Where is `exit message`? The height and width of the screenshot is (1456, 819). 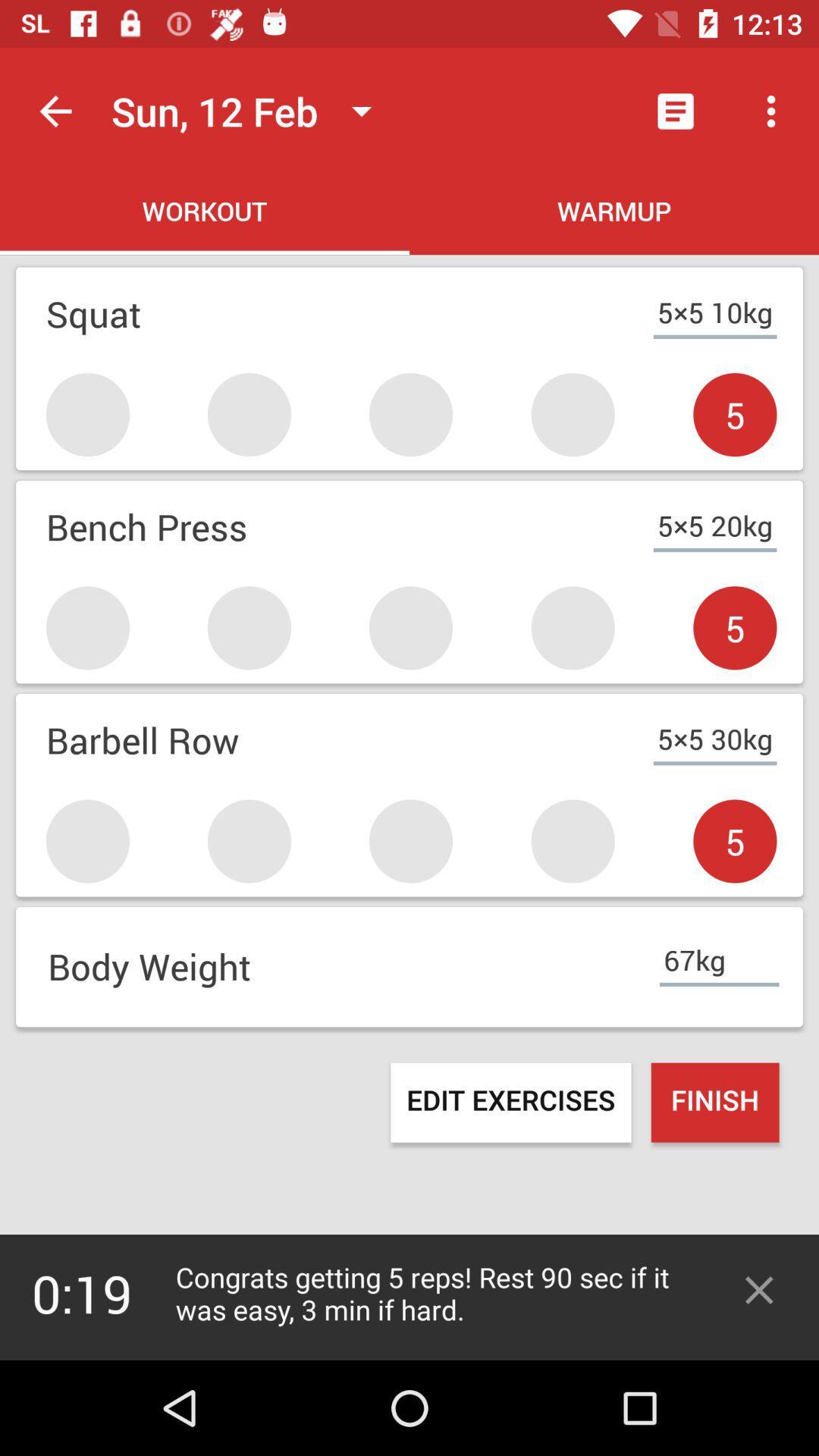
exit message is located at coordinates (759, 1289).